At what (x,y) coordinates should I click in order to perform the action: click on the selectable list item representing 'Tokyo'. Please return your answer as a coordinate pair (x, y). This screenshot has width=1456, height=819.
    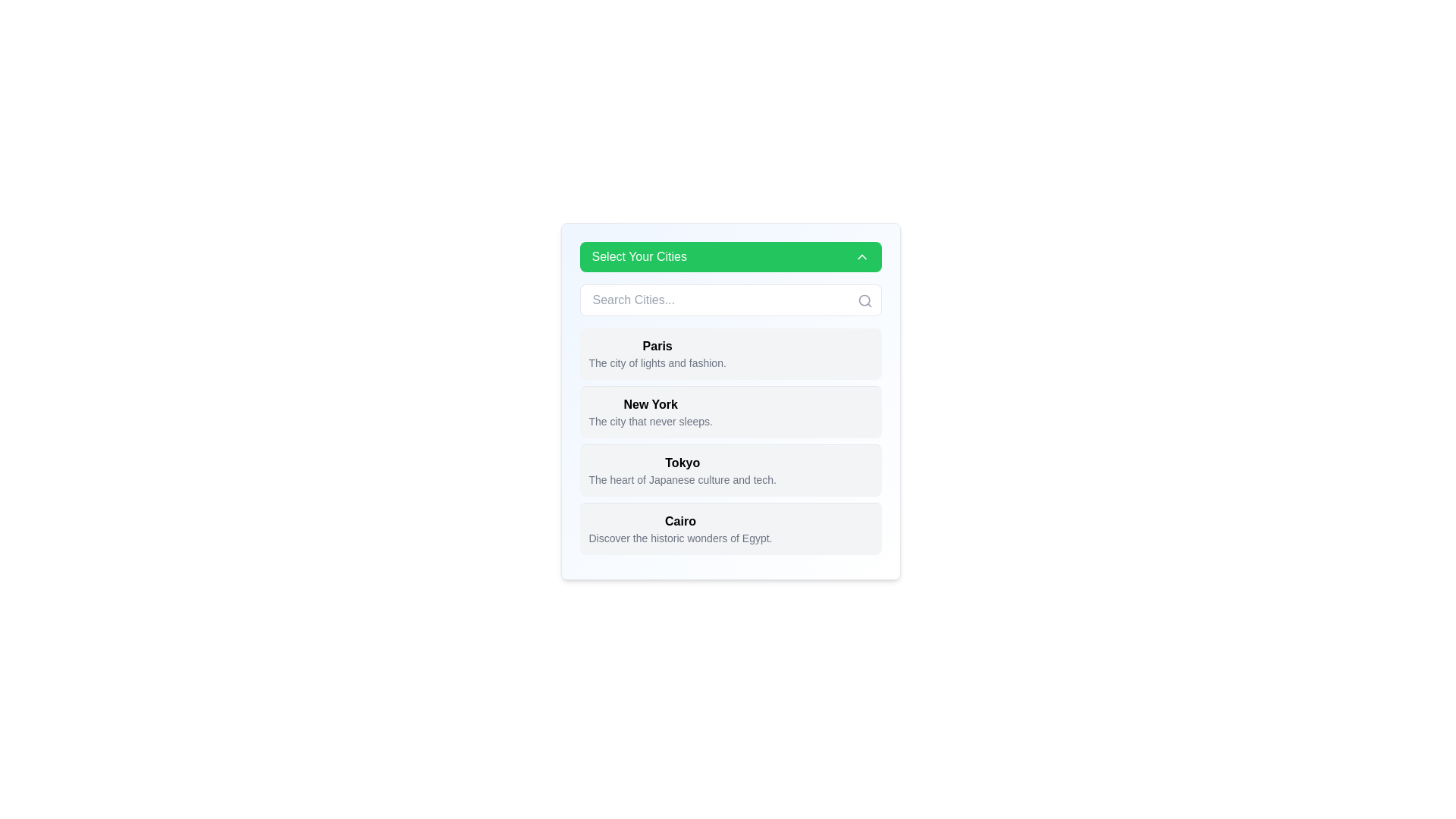
    Looking at the image, I should click on (730, 469).